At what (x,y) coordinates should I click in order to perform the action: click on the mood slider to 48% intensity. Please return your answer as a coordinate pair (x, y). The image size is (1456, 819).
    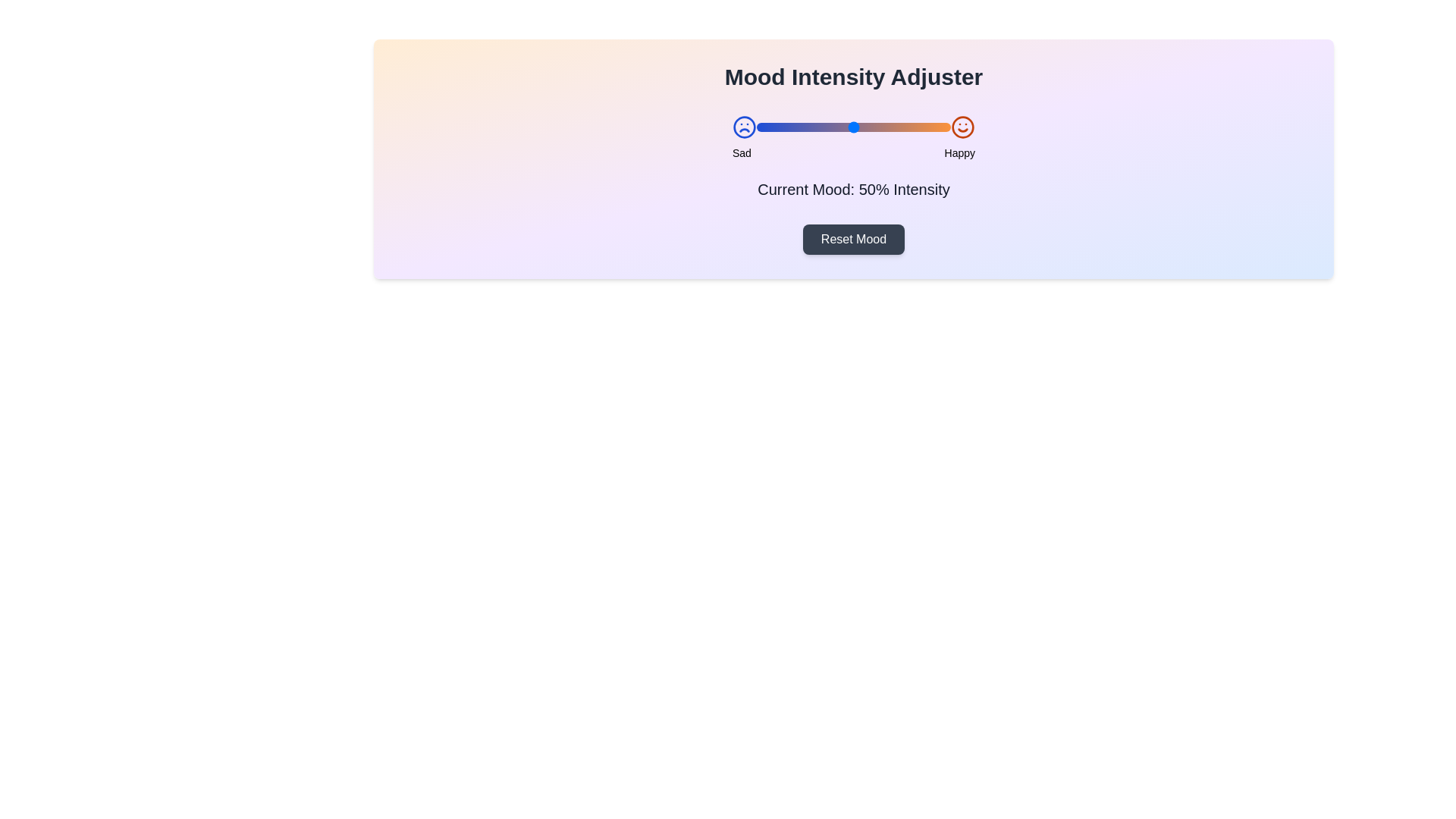
    Looking at the image, I should click on (849, 127).